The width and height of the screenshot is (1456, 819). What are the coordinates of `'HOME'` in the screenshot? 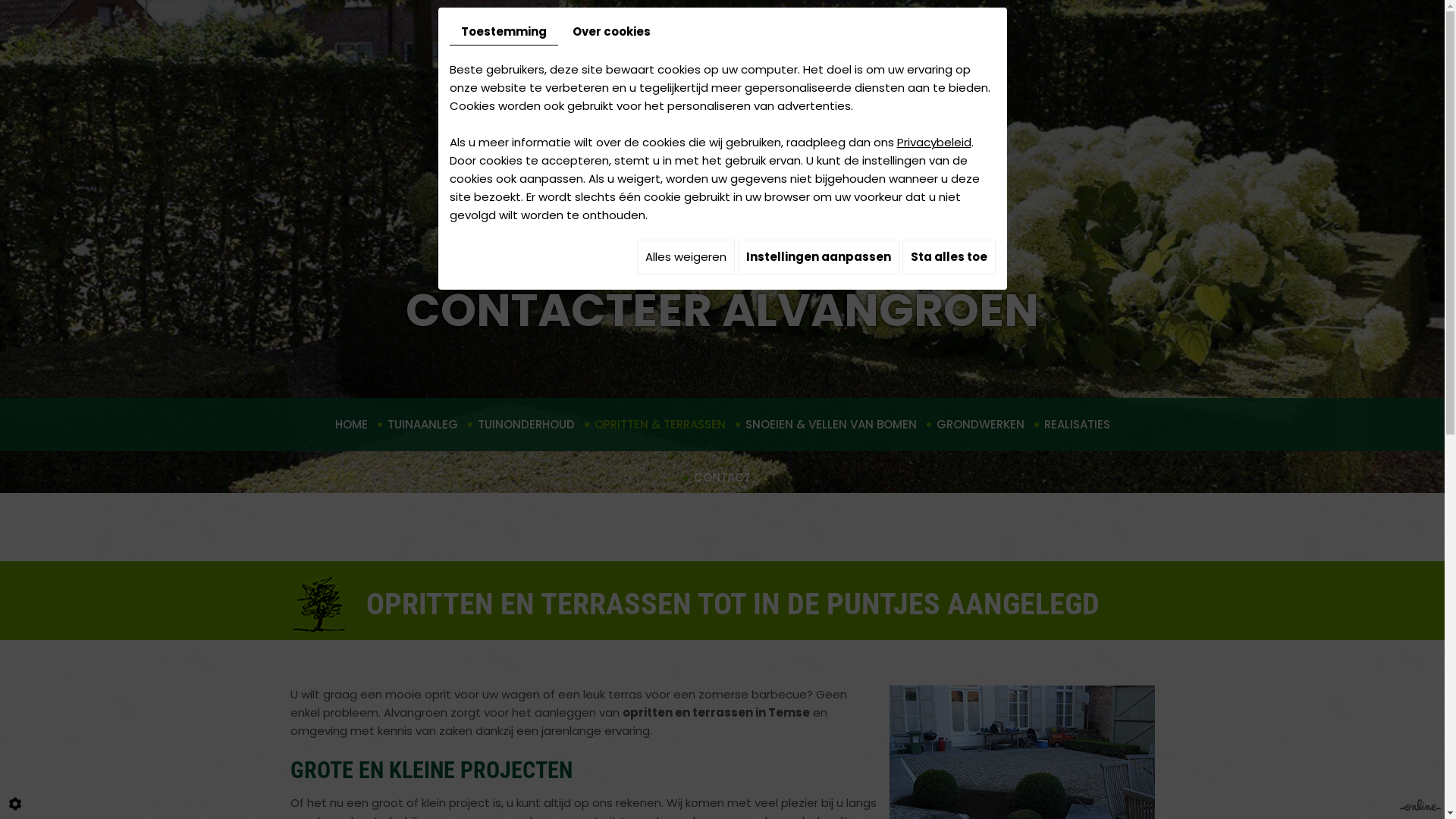 It's located at (350, 424).